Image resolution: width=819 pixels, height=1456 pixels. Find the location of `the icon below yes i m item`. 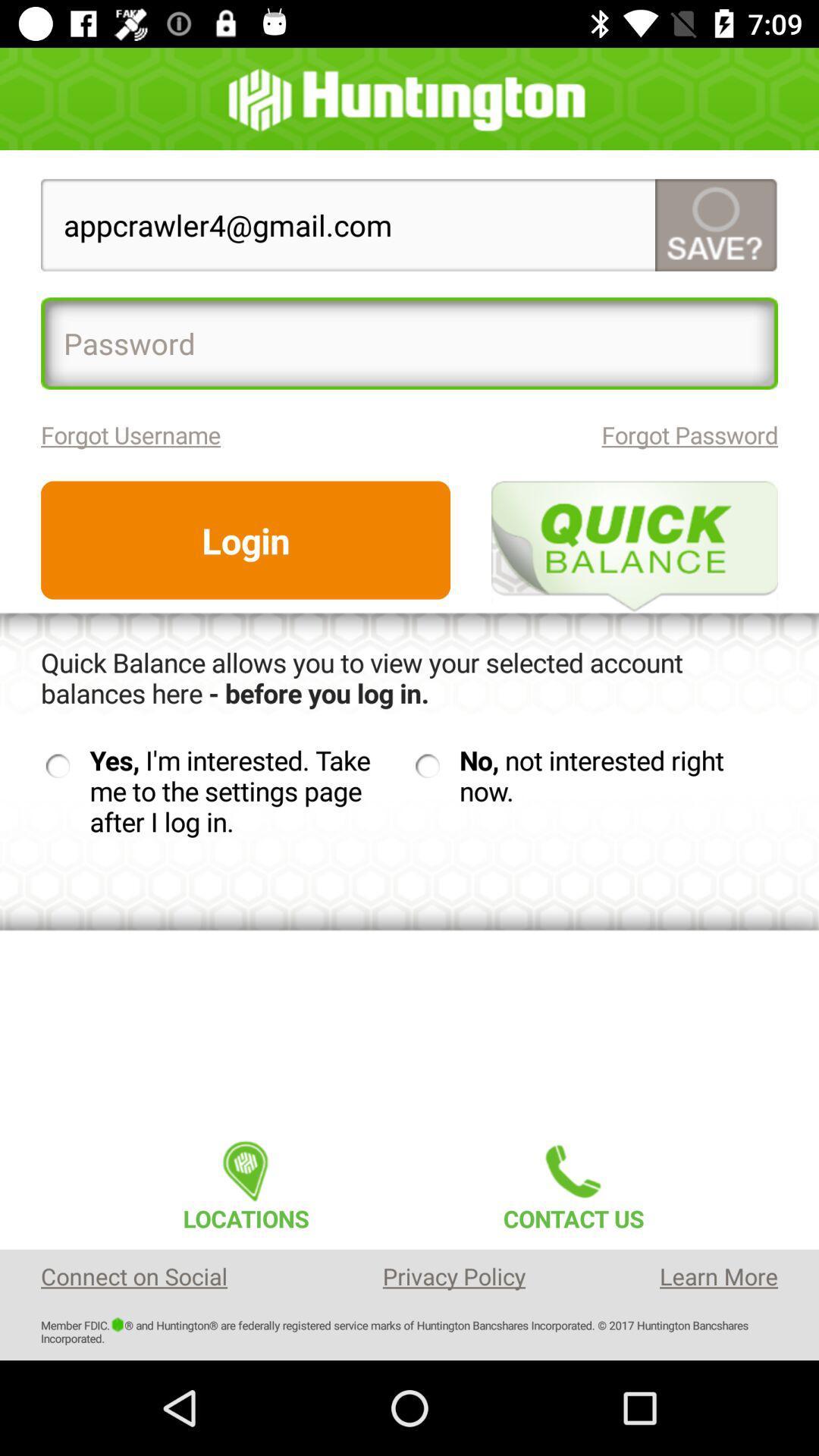

the icon below yes i m item is located at coordinates (245, 1181).